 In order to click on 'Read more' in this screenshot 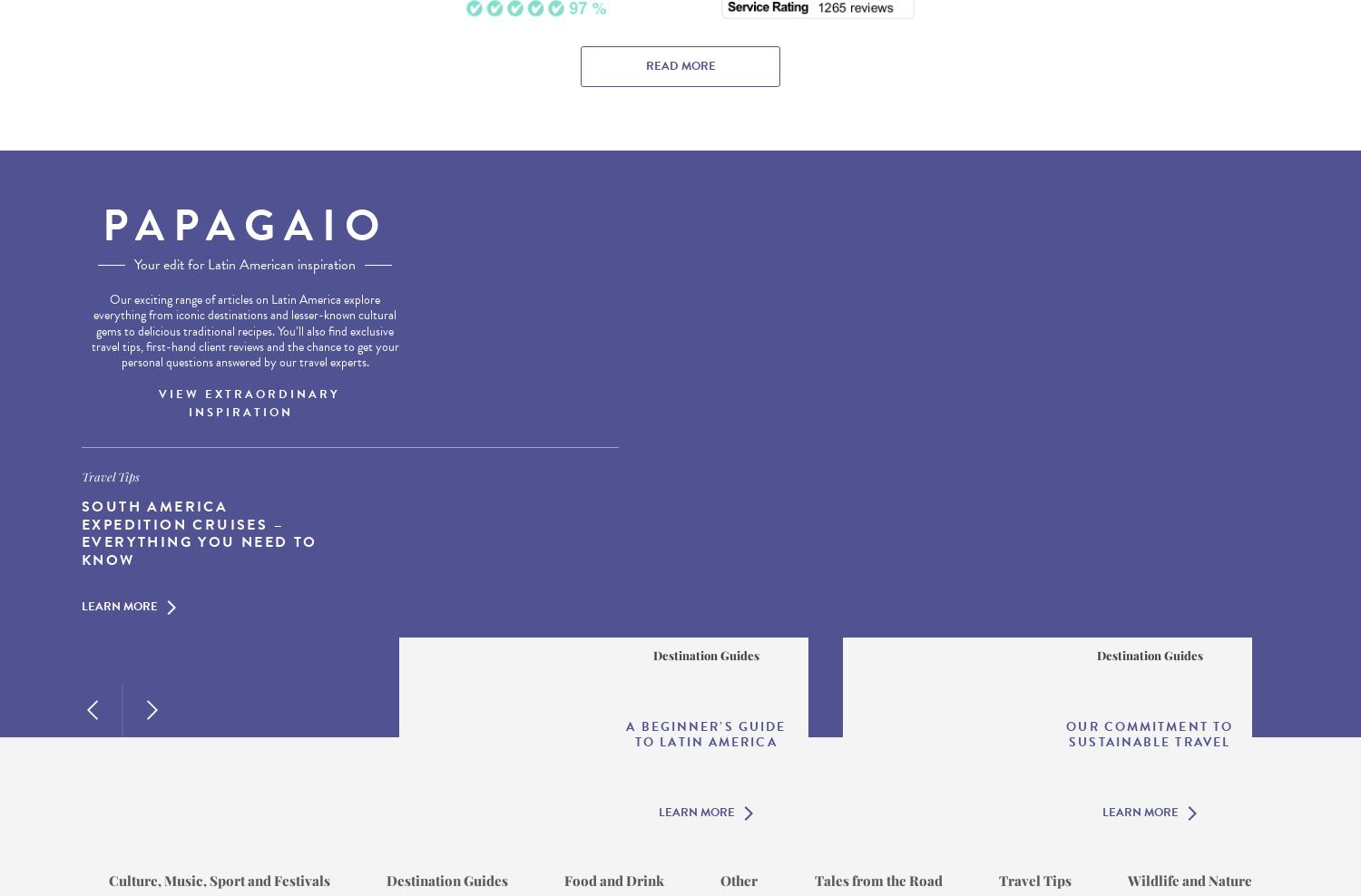, I will do `click(644, 65)`.